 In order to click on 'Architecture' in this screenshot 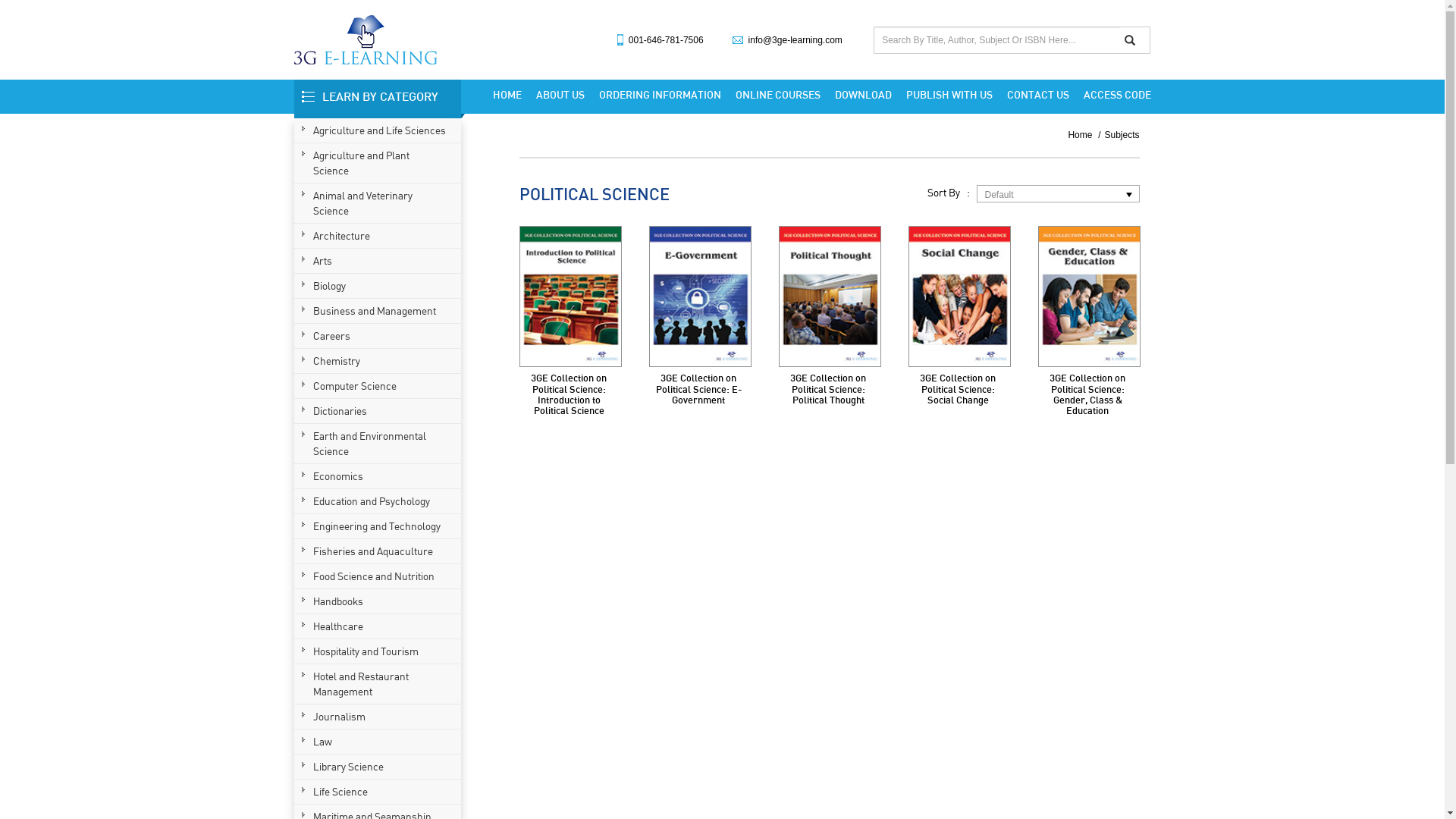, I will do `click(297, 236)`.